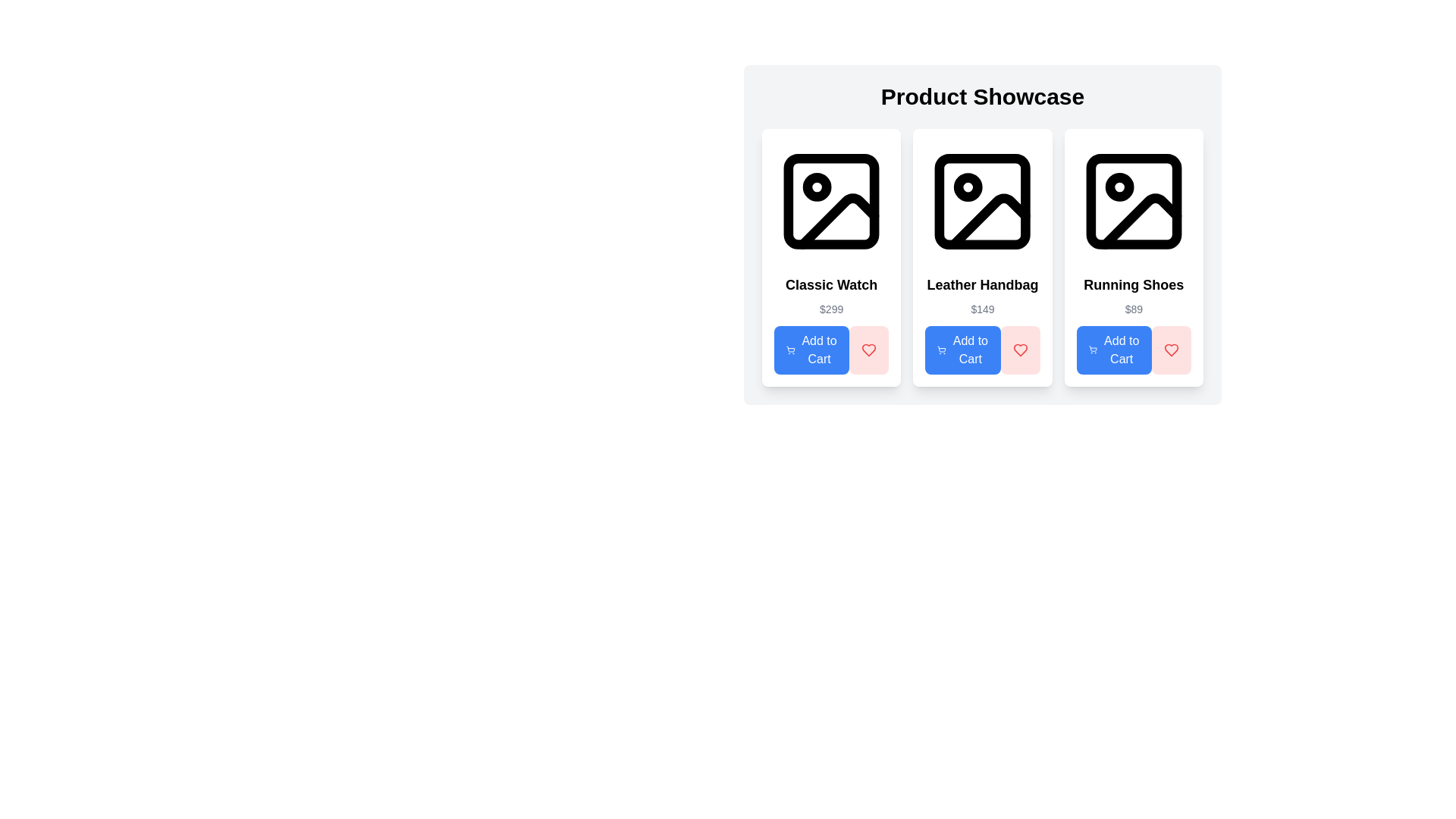 This screenshot has width=1456, height=819. Describe the element at coordinates (1020, 350) in the screenshot. I see `the 'Like' or 'Favorite' button for the 'Leather Handbag' product` at that location.